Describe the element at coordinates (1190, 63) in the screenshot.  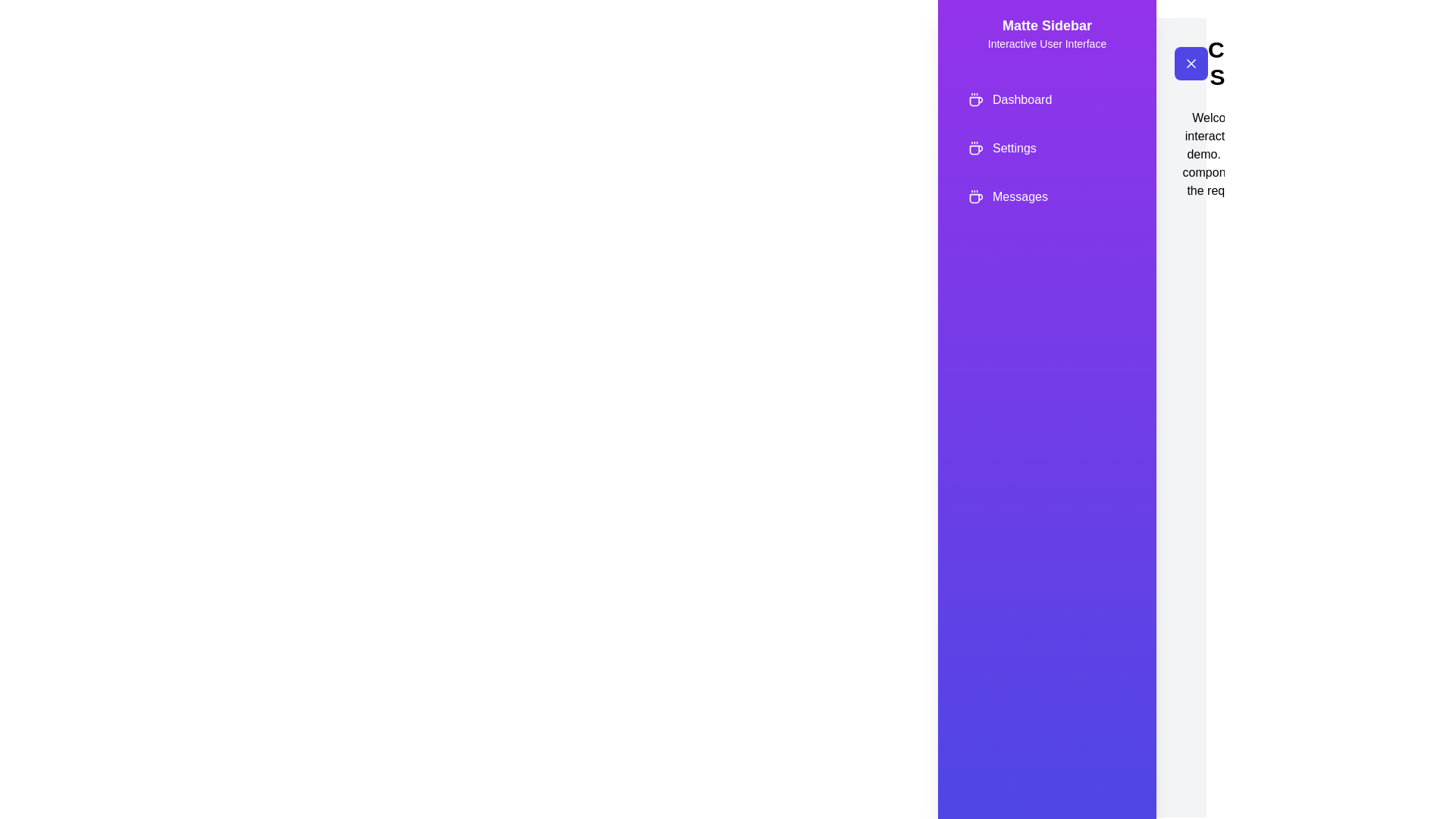
I see `the diagonal line within the square-shaped icon located at the top-right section of the interface` at that location.